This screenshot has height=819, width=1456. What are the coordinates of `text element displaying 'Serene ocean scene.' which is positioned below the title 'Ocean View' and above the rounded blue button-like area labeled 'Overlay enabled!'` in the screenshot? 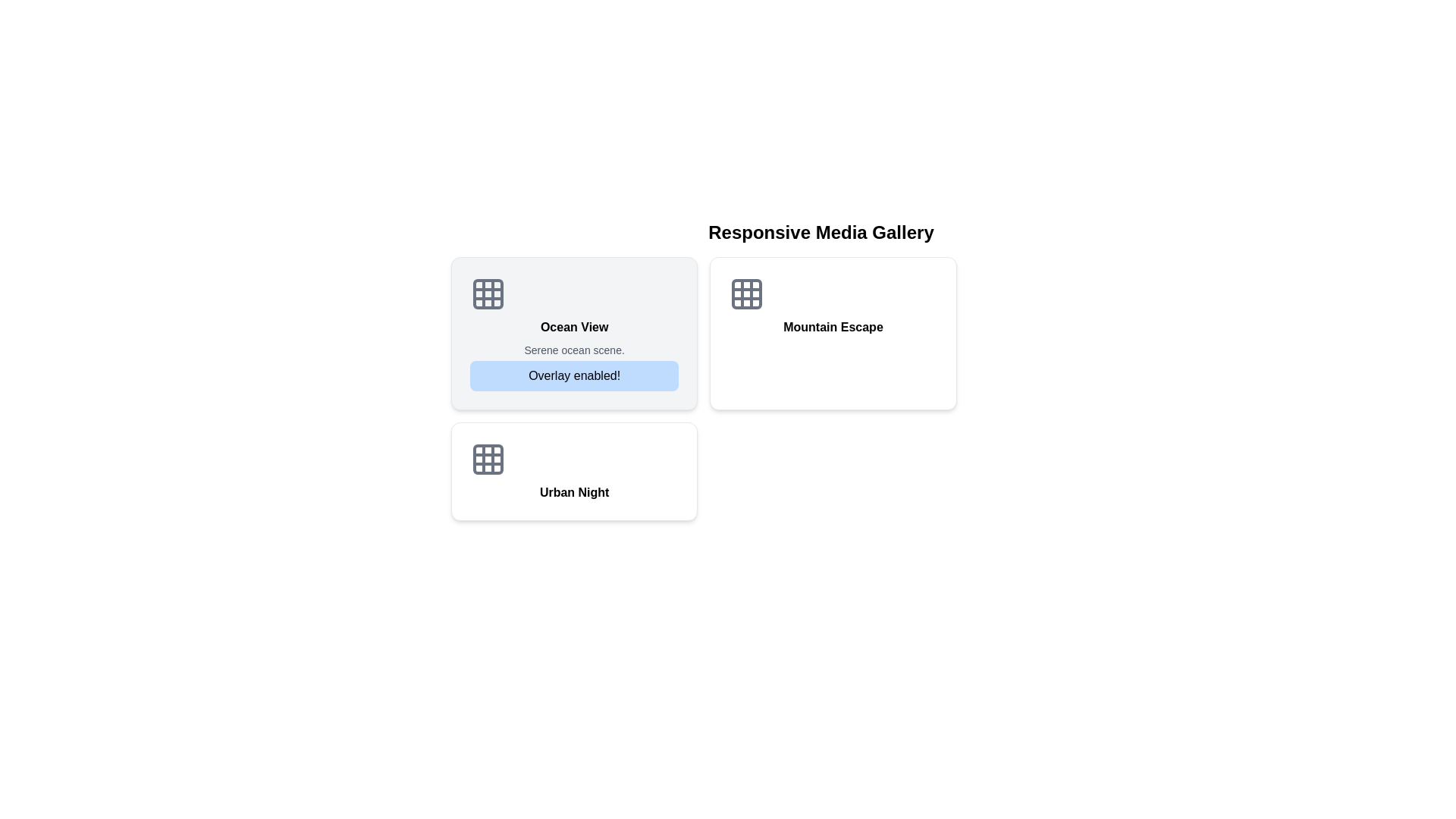 It's located at (573, 350).